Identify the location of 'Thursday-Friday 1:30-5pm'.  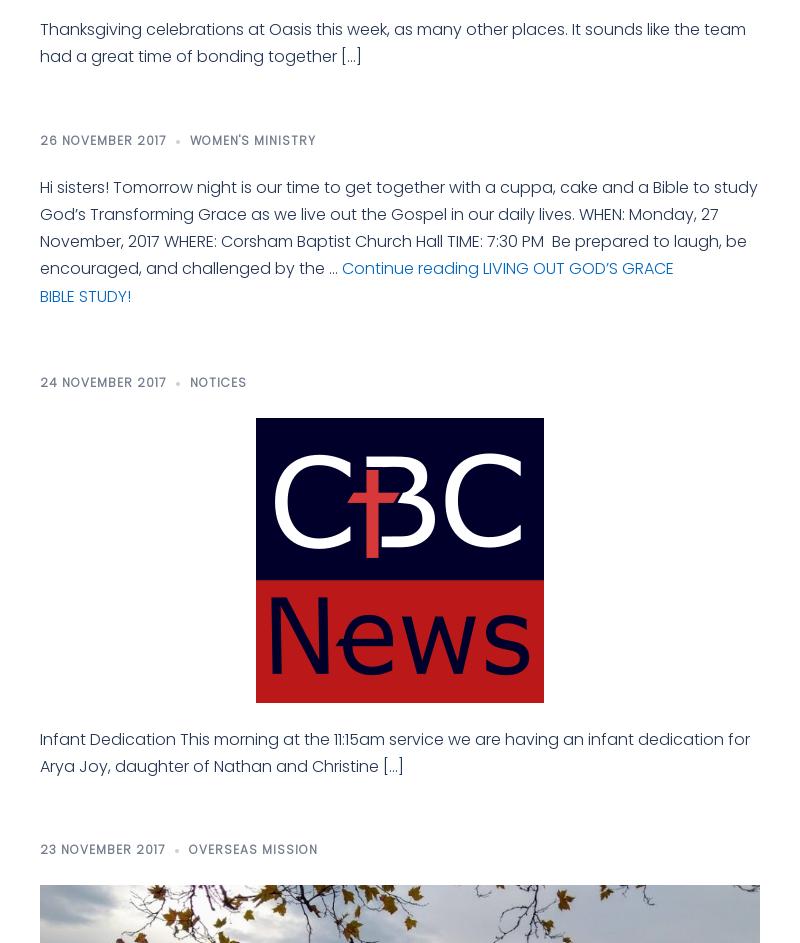
(640, 526).